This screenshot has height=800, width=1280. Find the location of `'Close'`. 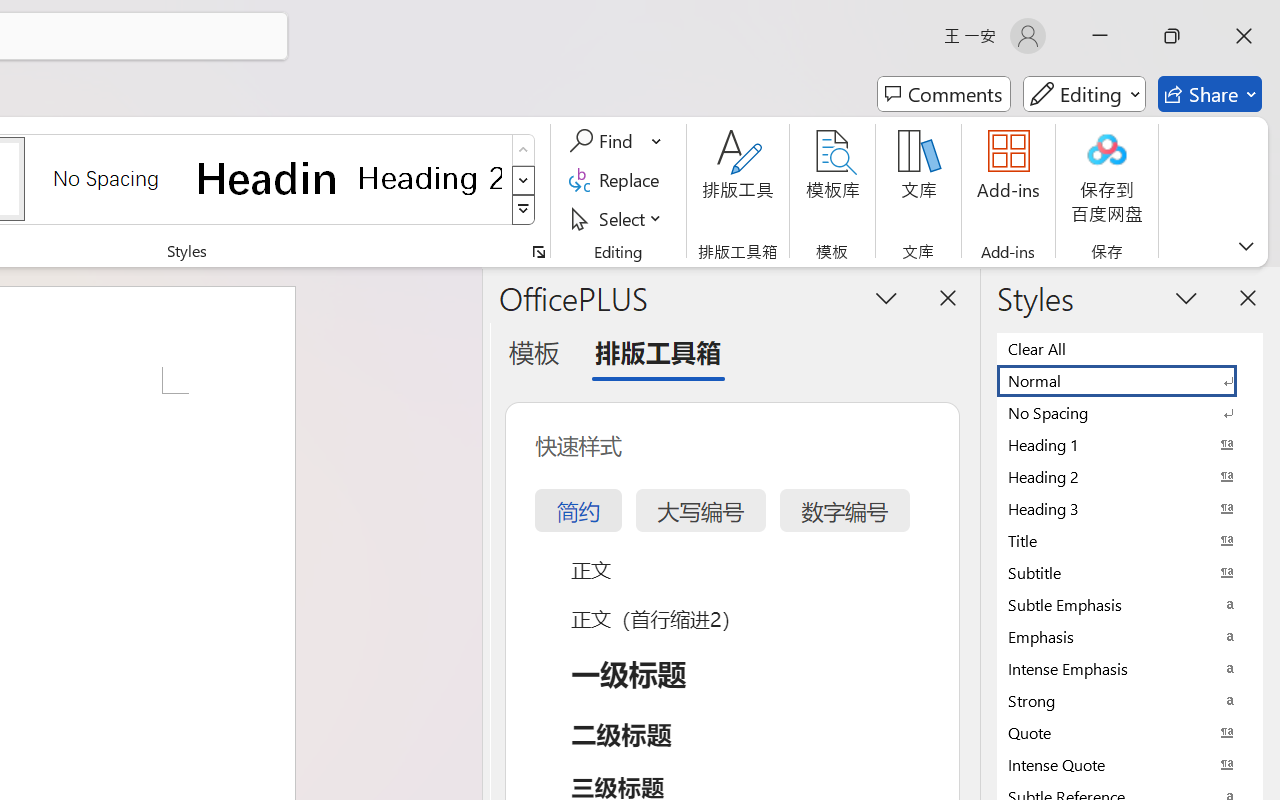

'Close' is located at coordinates (1243, 35).